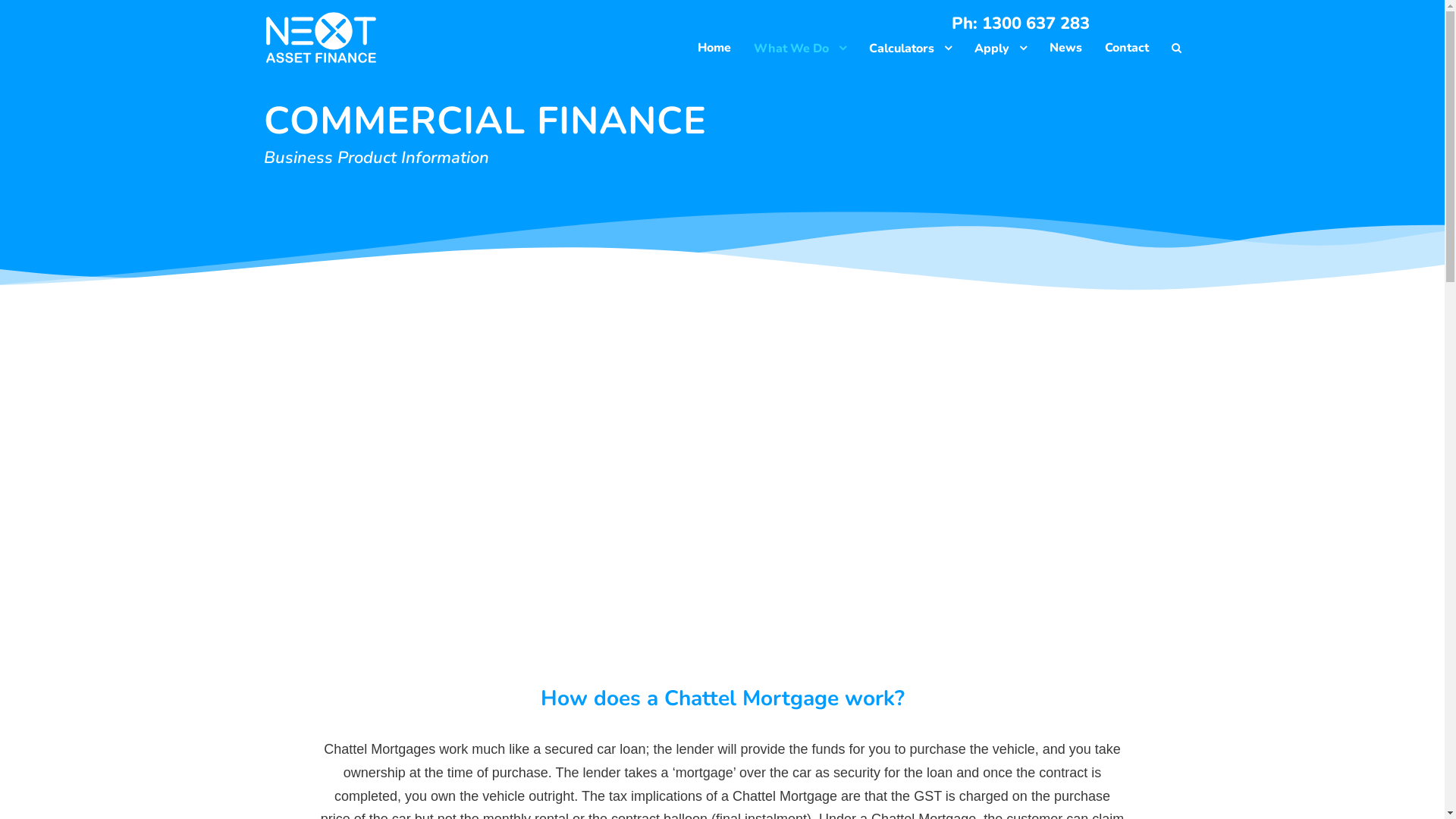  I want to click on 'Contact', so click(1125, 51).